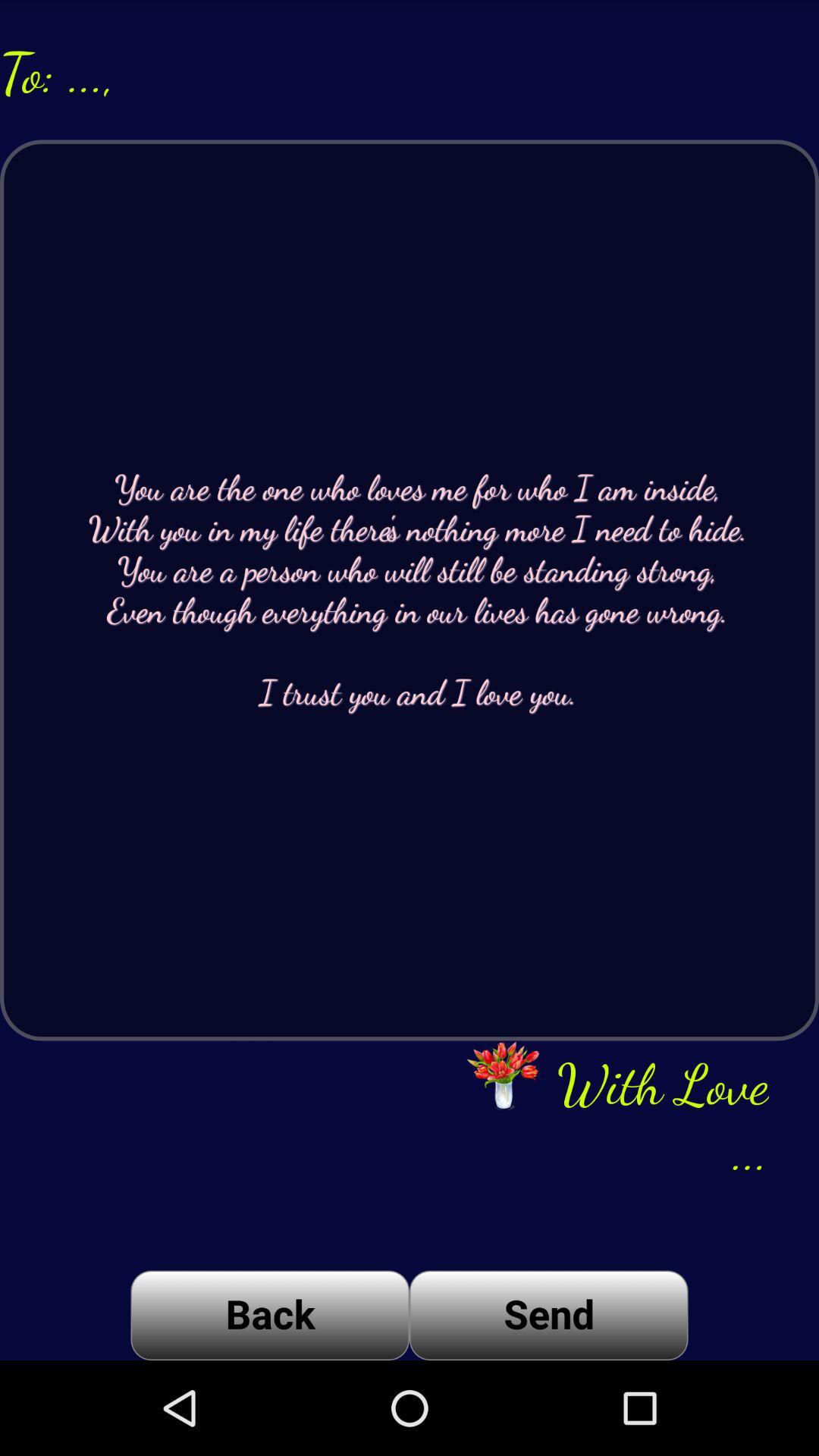 The image size is (819, 1456). I want to click on item next to the send item, so click(269, 1314).